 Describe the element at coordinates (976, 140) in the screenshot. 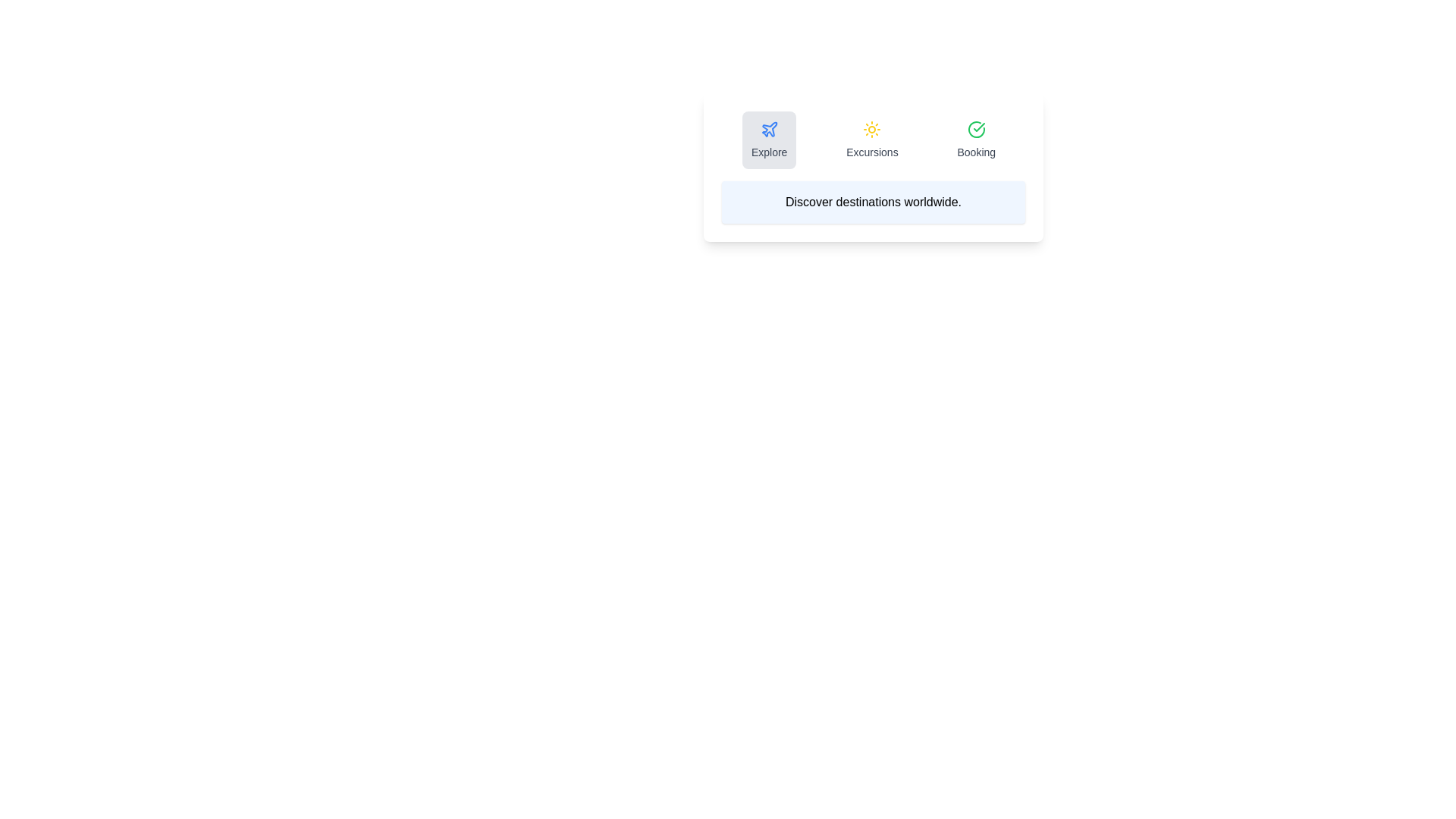

I see `the tab named Booking` at that location.